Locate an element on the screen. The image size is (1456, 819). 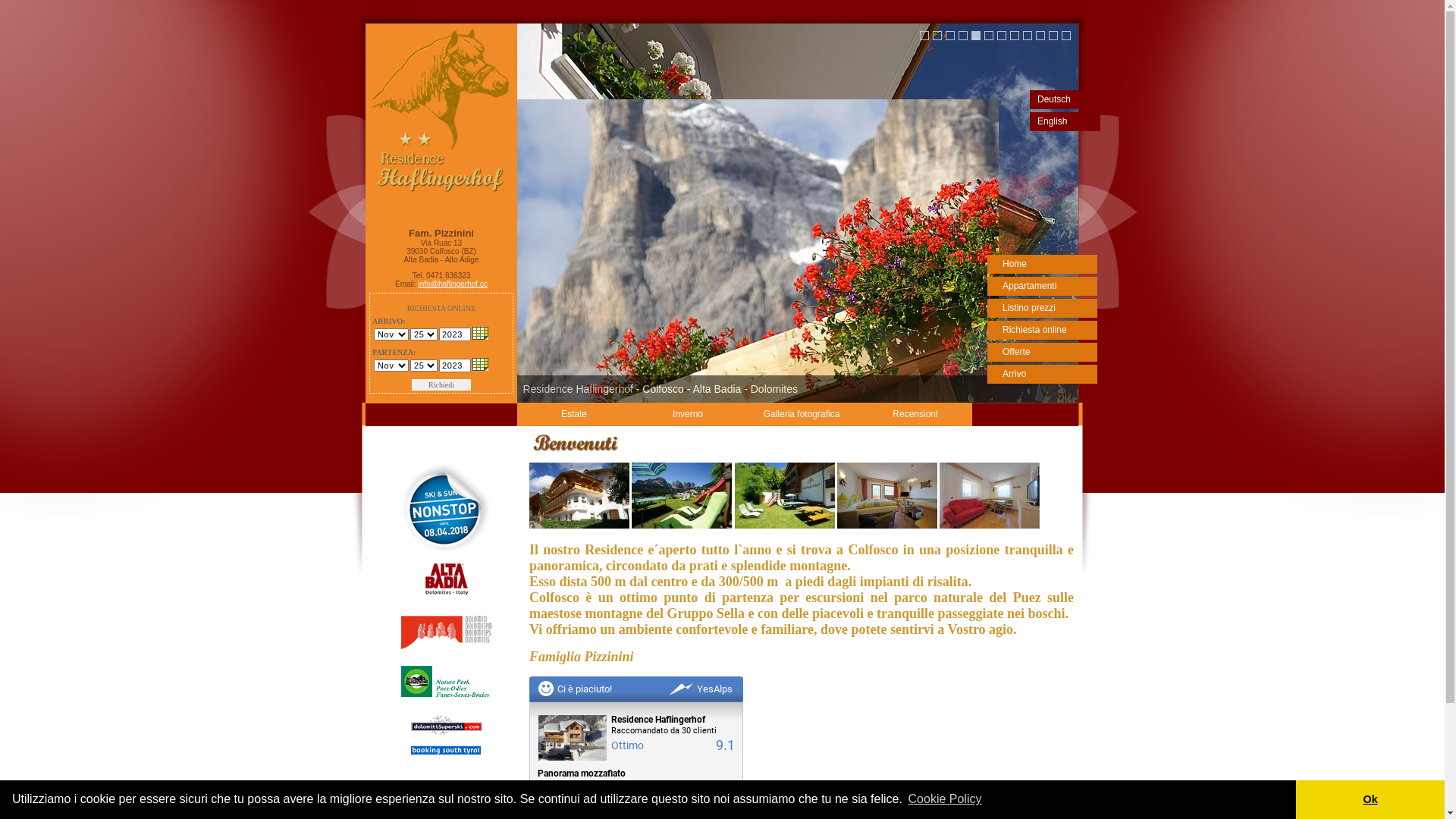
'Year' is located at coordinates (454, 333).